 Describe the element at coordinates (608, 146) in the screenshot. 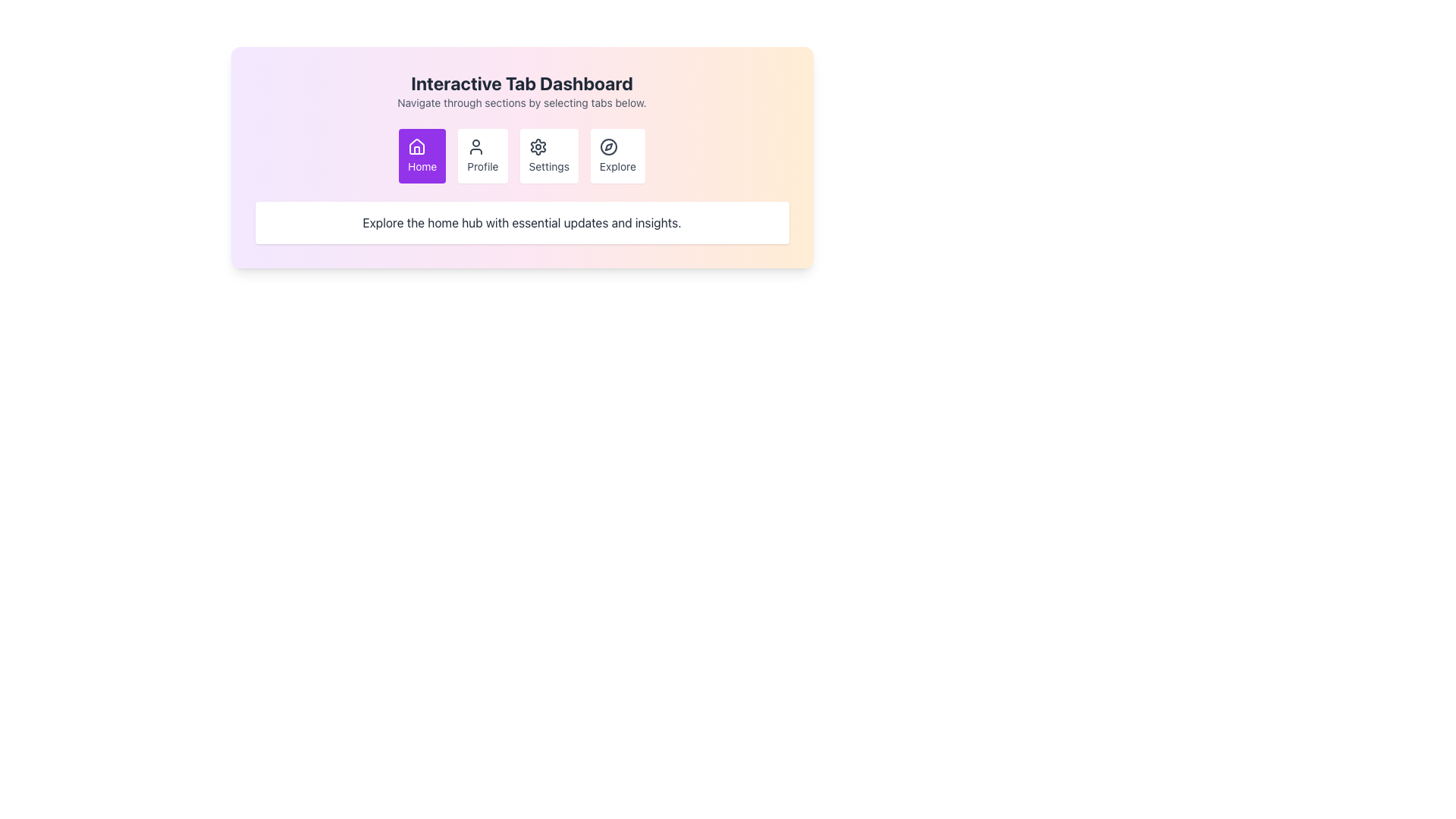

I see `the compass graphic icon located in the upper-right section of the 'Explore' button, which is part of a horizontal navigation row that includes 'Home', 'Profile', and 'Settings'` at that location.